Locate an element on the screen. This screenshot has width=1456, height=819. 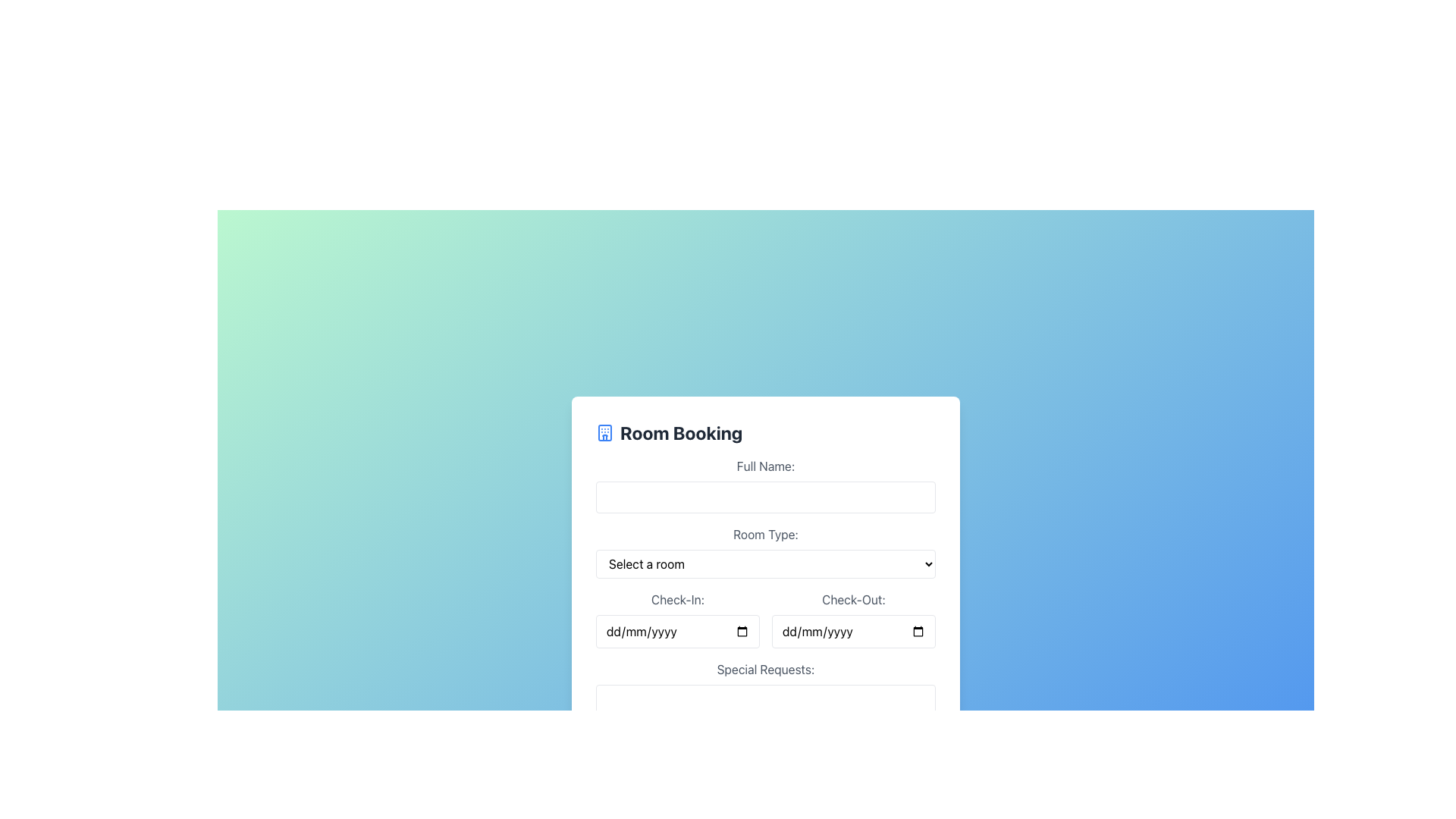
label text that is positioned above the multiline text input field for special requests, centrally aligned within the form is located at coordinates (765, 669).